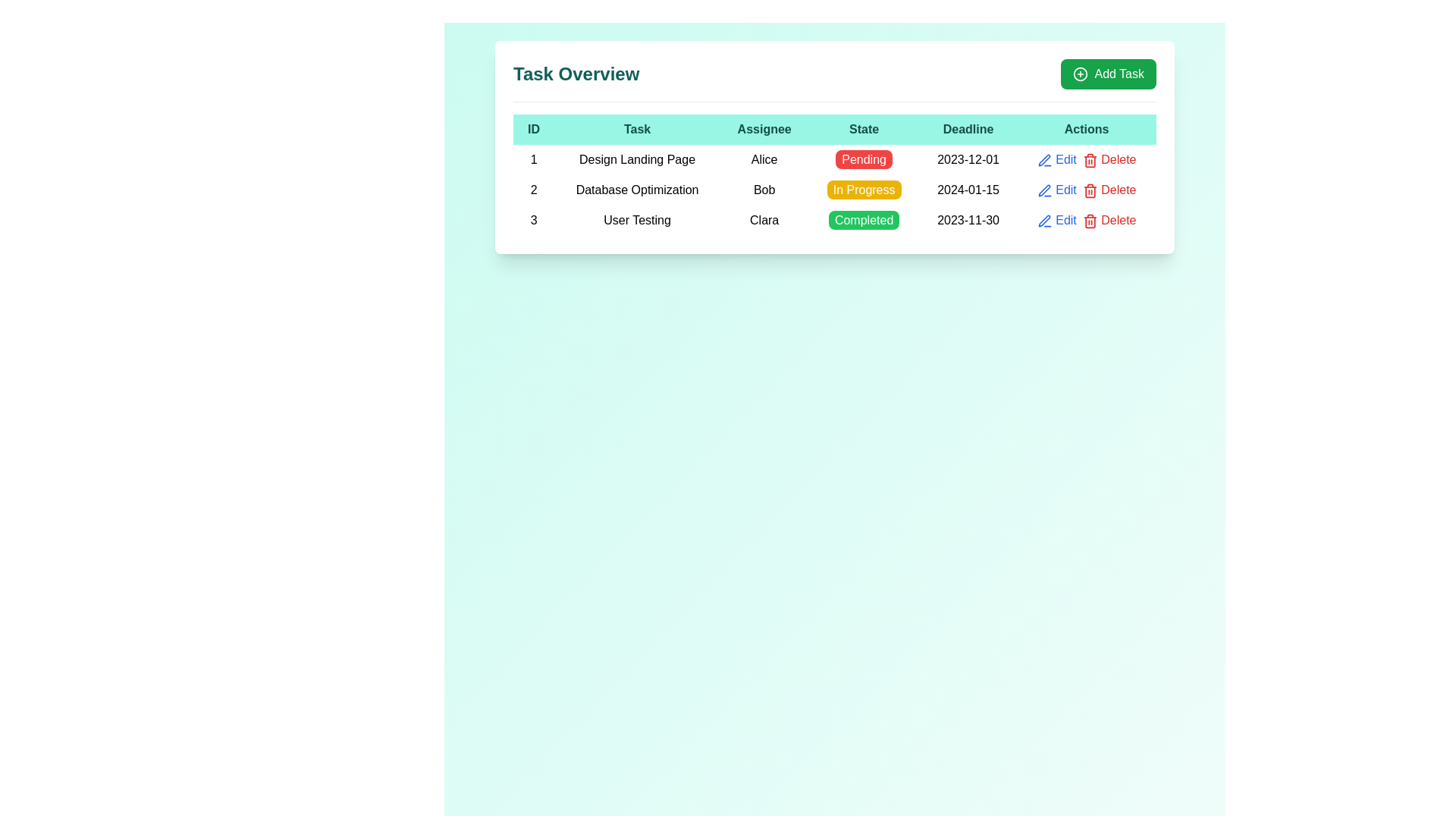  What do you see at coordinates (1109, 189) in the screenshot?
I see `the 'Delete' button or link located` at bounding box center [1109, 189].